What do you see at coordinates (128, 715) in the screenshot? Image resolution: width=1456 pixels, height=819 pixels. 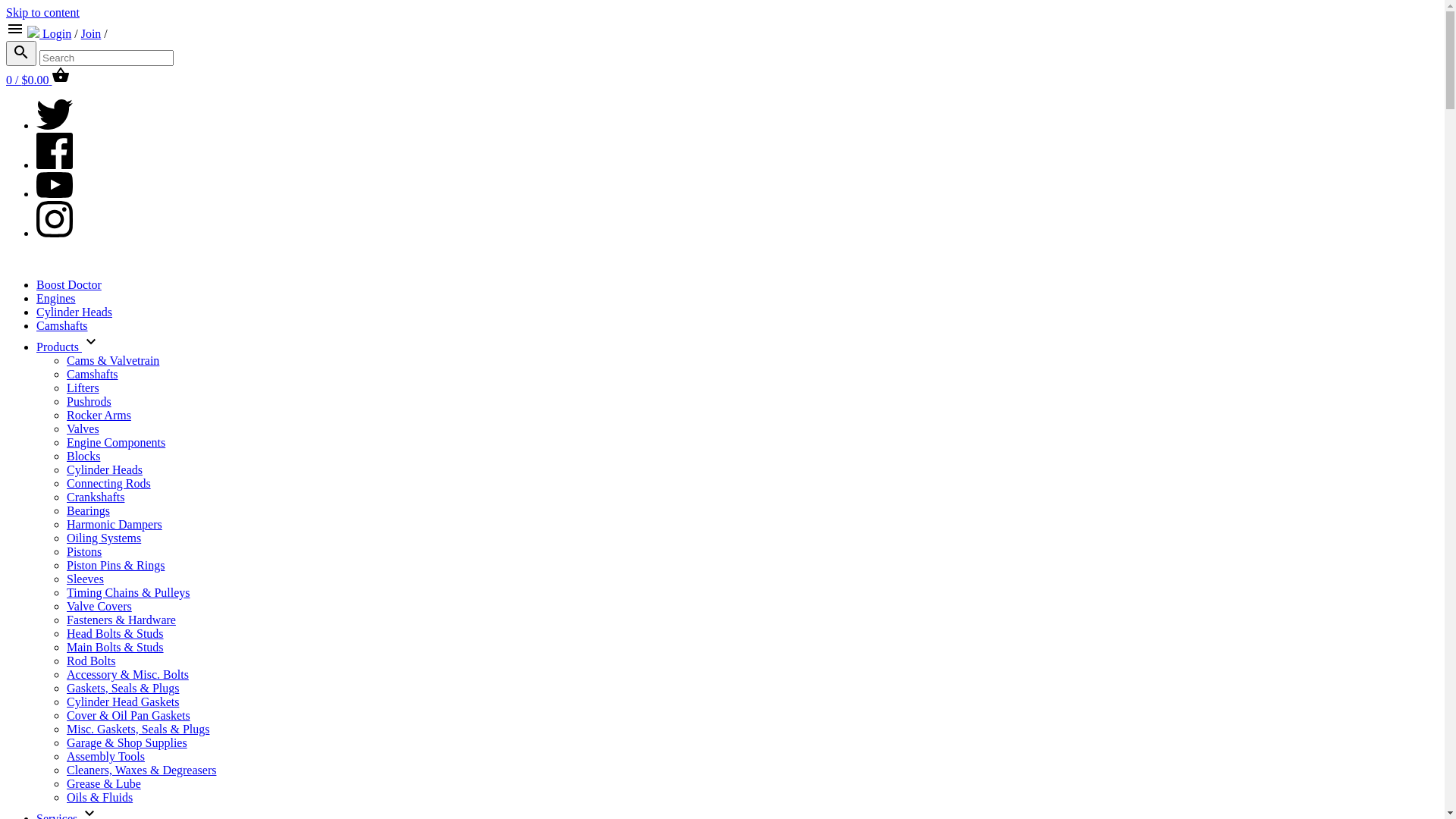 I see `'Cover & Oil Pan Gaskets'` at bounding box center [128, 715].